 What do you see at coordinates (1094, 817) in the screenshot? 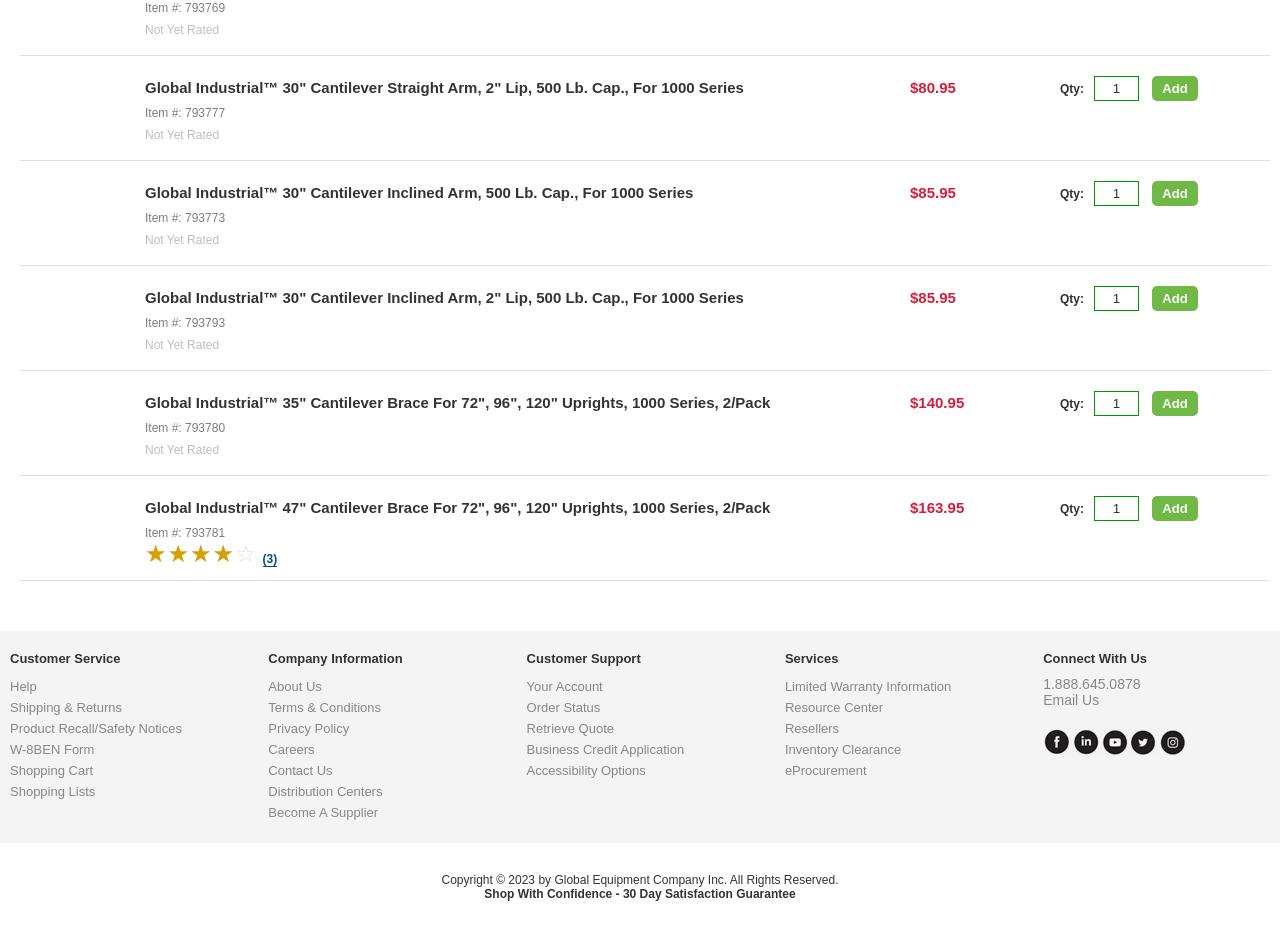
I see `'Connect With Us'` at bounding box center [1094, 817].